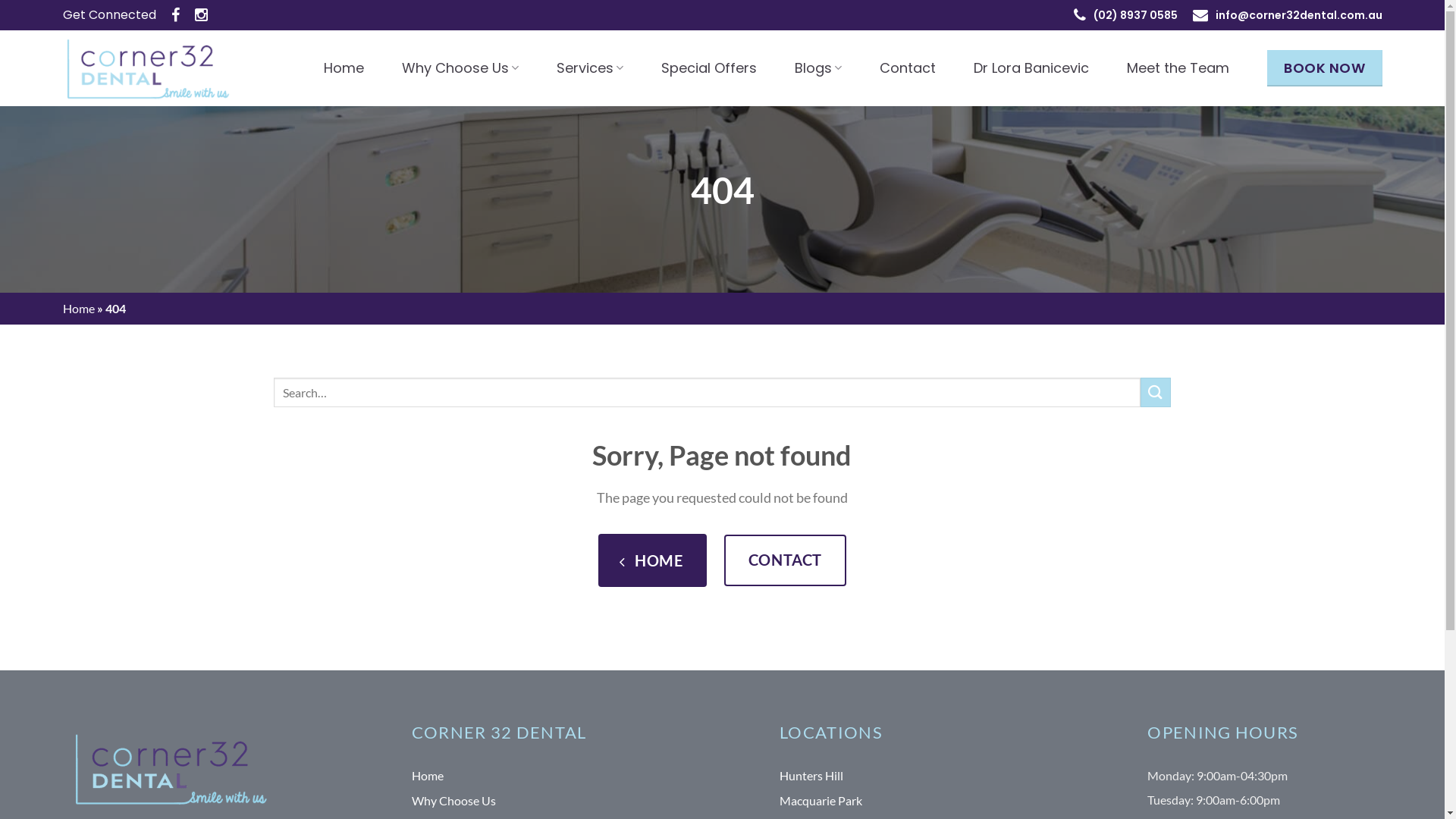  Describe the element at coordinates (61, 67) in the screenshot. I see `'Corner32'` at that location.